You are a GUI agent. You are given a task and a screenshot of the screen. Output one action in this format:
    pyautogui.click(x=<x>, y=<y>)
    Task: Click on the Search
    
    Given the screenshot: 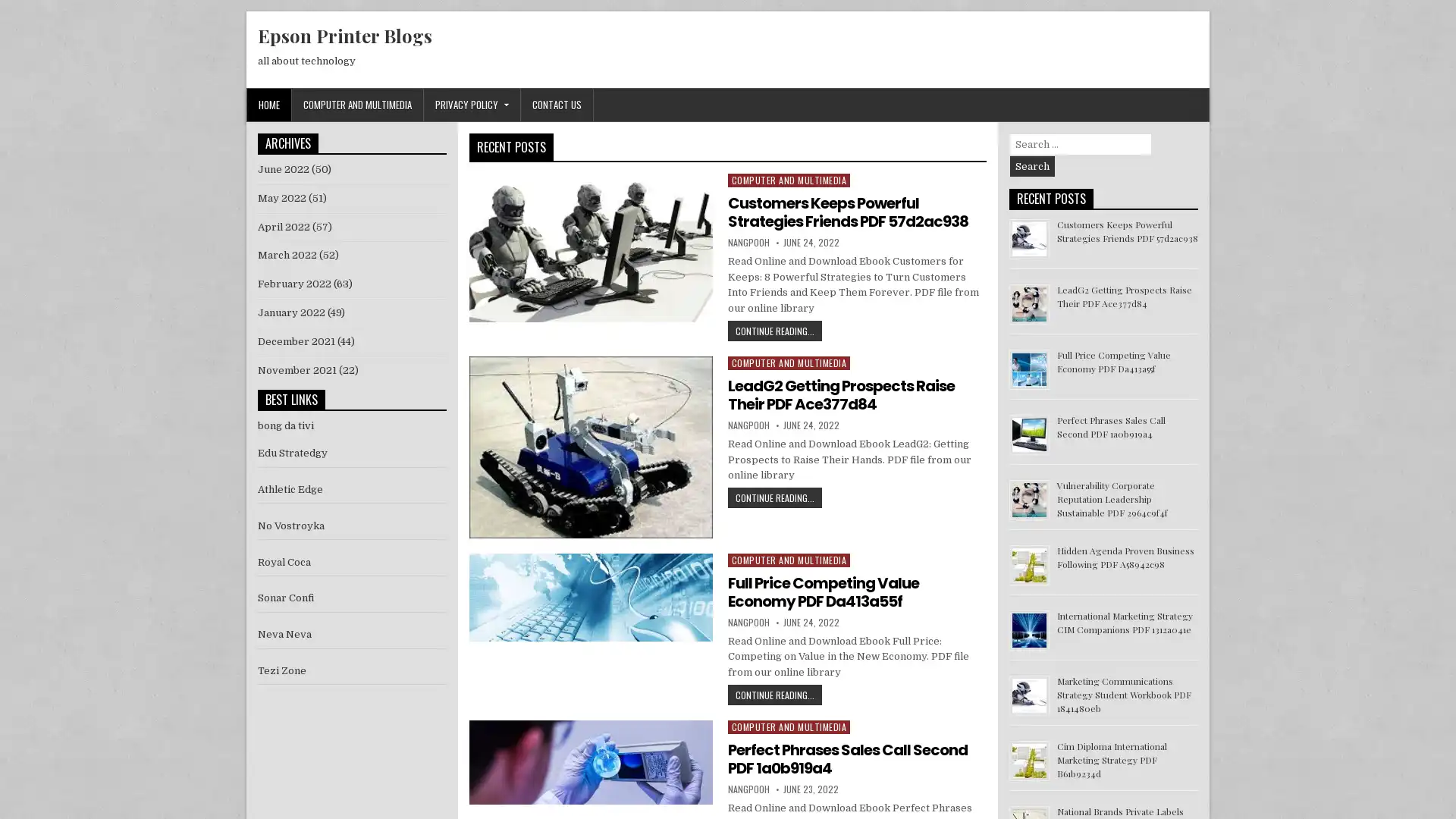 What is the action you would take?
    pyautogui.click(x=1031, y=166)
    